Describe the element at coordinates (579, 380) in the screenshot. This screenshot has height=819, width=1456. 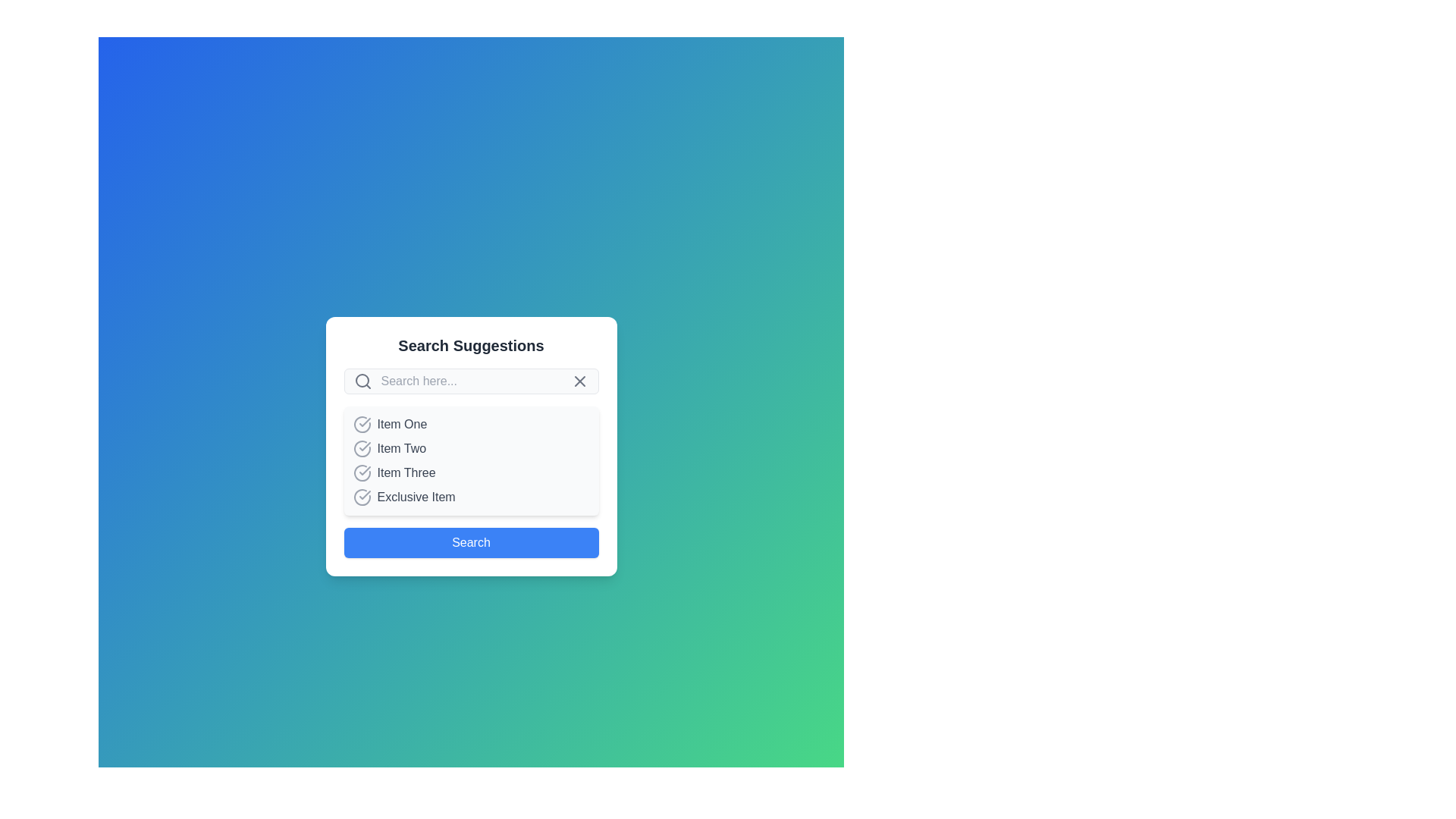
I see `the circular close button with an 'X' symbol located at the rightmost end of the horizontal search bar` at that location.